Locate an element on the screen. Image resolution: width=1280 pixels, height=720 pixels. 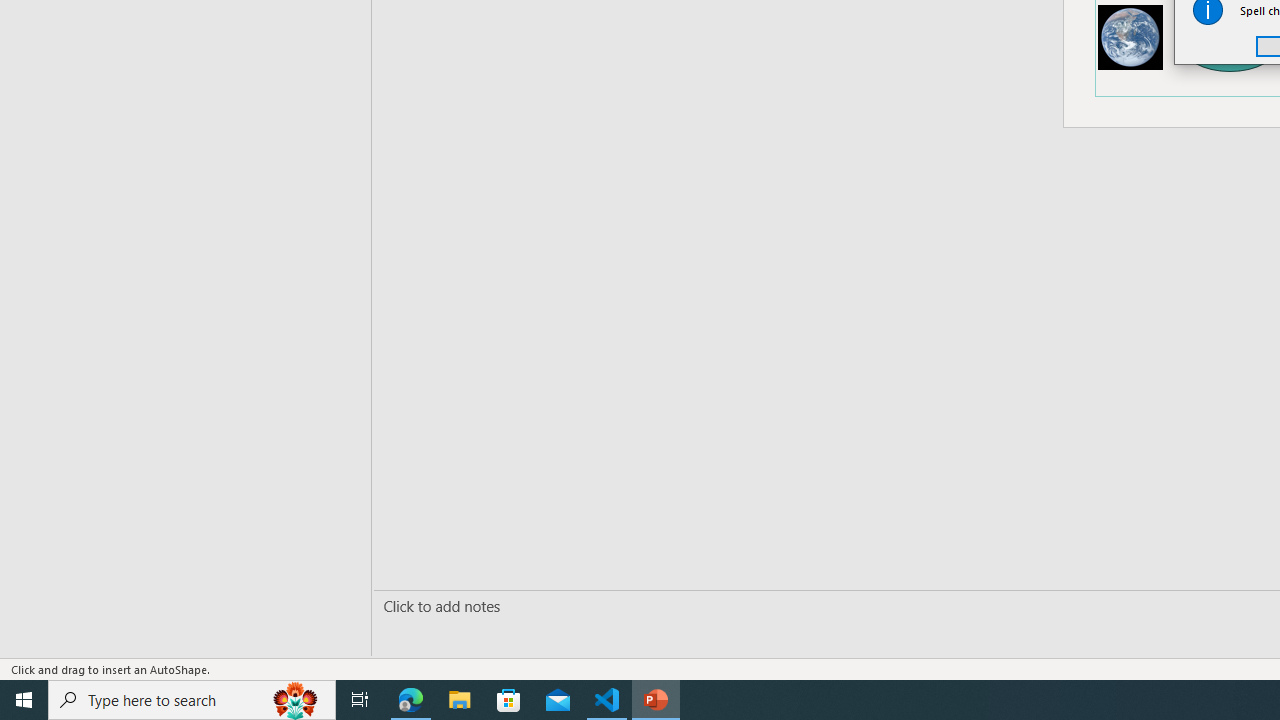
'File Explorer' is located at coordinates (459, 698).